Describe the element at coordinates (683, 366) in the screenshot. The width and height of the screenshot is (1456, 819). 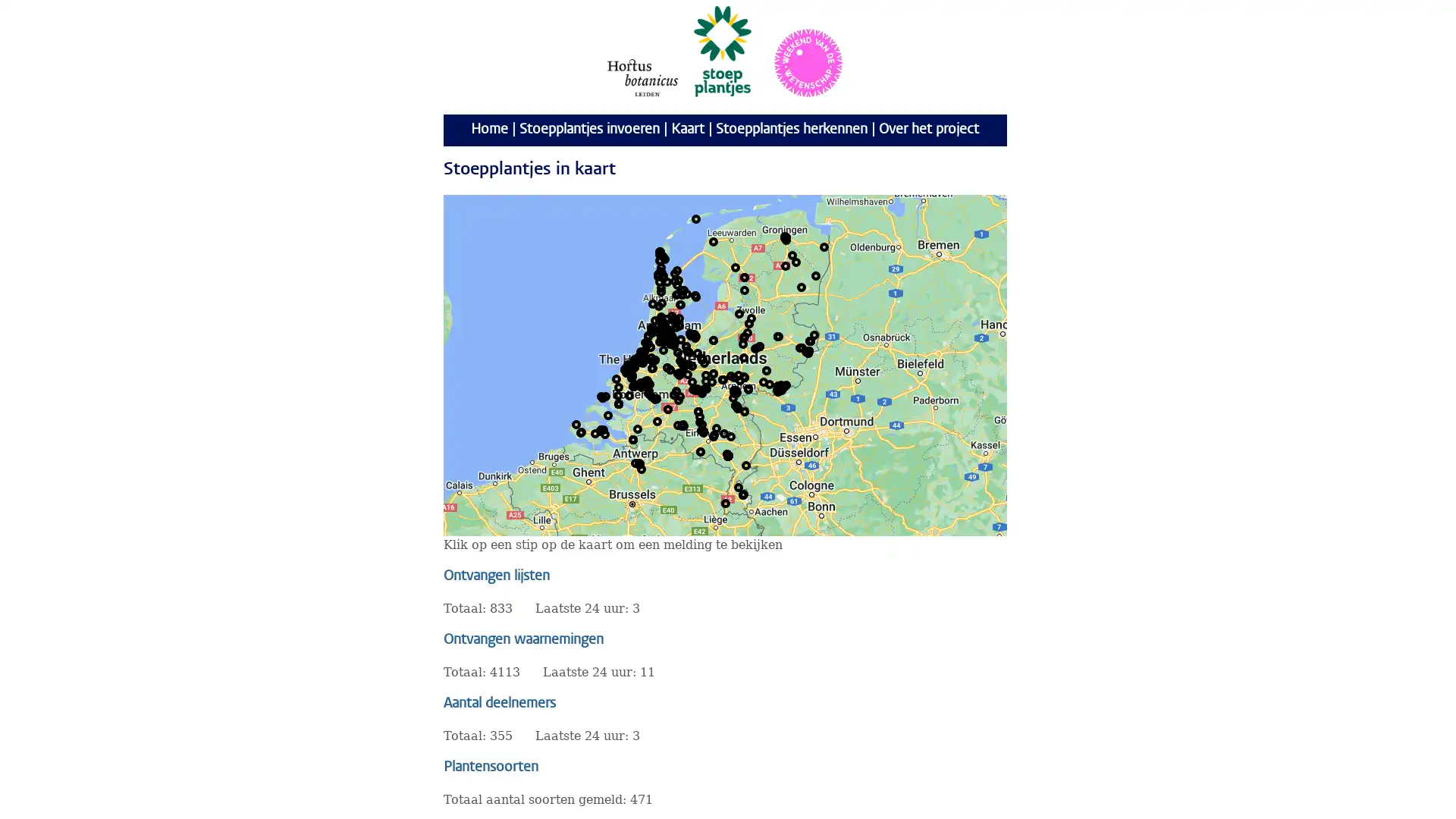
I see `Telling van Mieka op 24 oktober 2021` at that location.